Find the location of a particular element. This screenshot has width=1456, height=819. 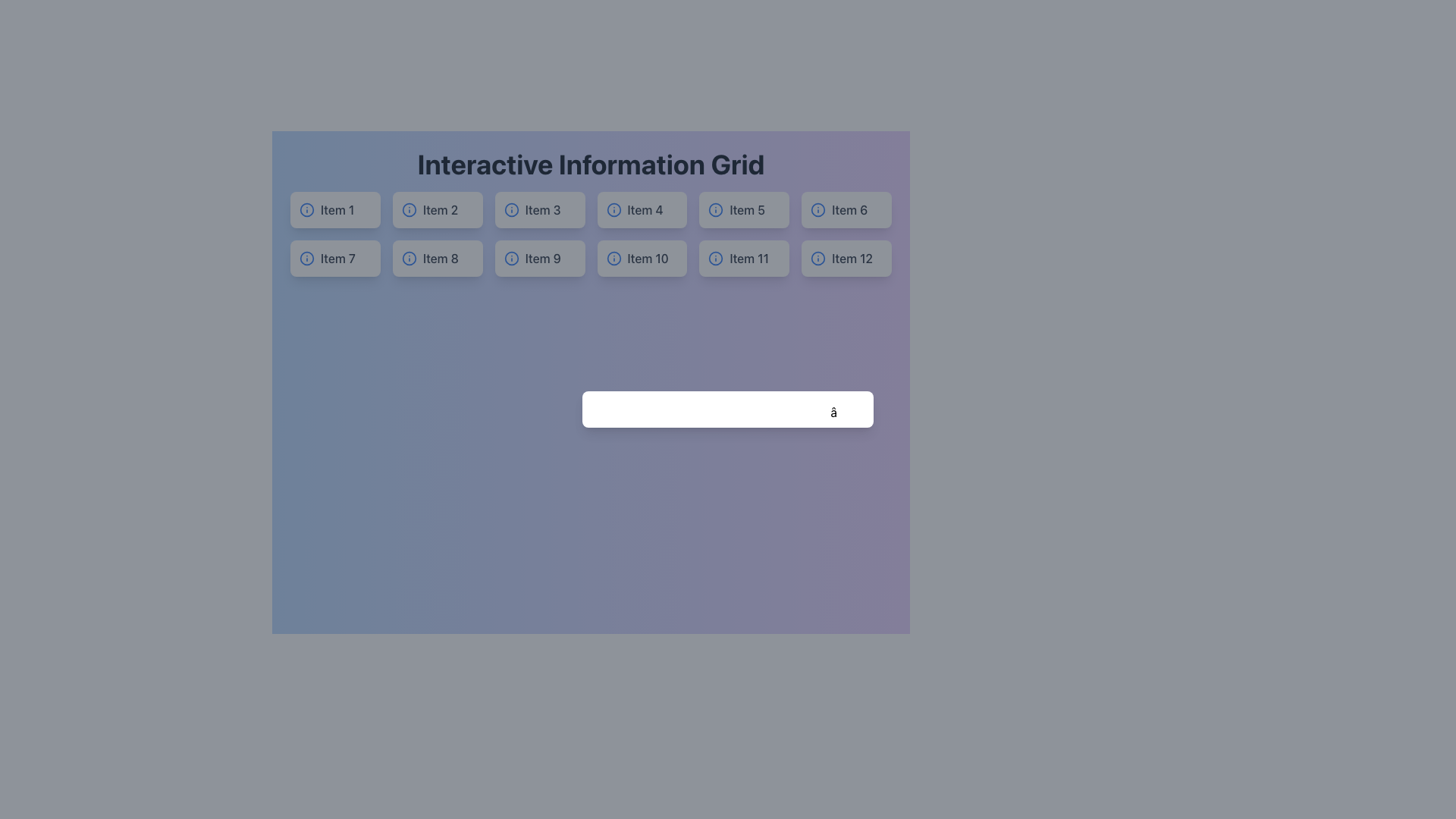

the informational icon located in the first column and first row of the grid layout is located at coordinates (306, 210).